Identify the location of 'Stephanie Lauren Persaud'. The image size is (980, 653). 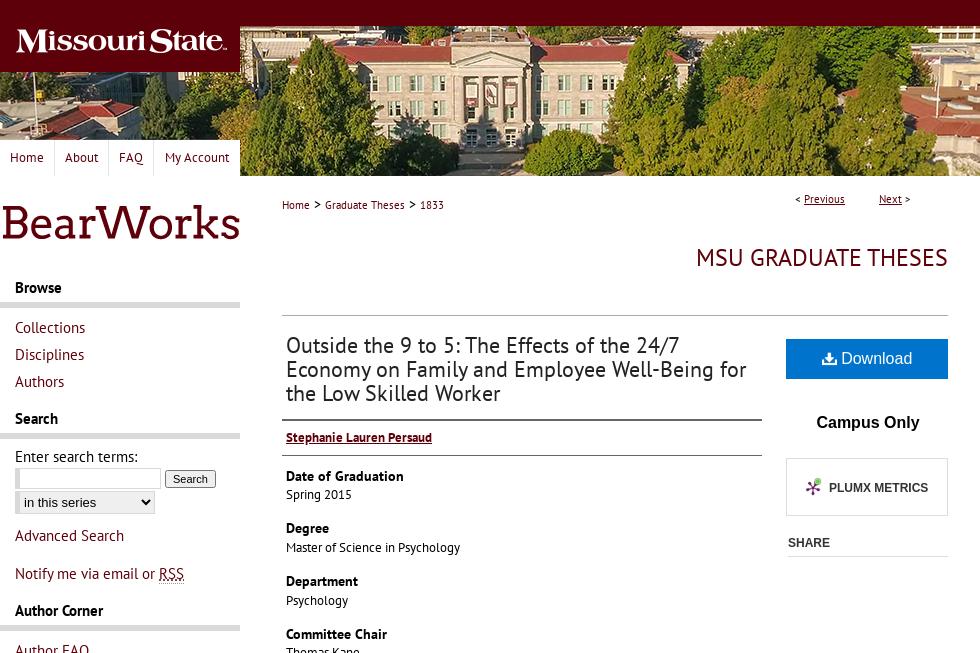
(358, 435).